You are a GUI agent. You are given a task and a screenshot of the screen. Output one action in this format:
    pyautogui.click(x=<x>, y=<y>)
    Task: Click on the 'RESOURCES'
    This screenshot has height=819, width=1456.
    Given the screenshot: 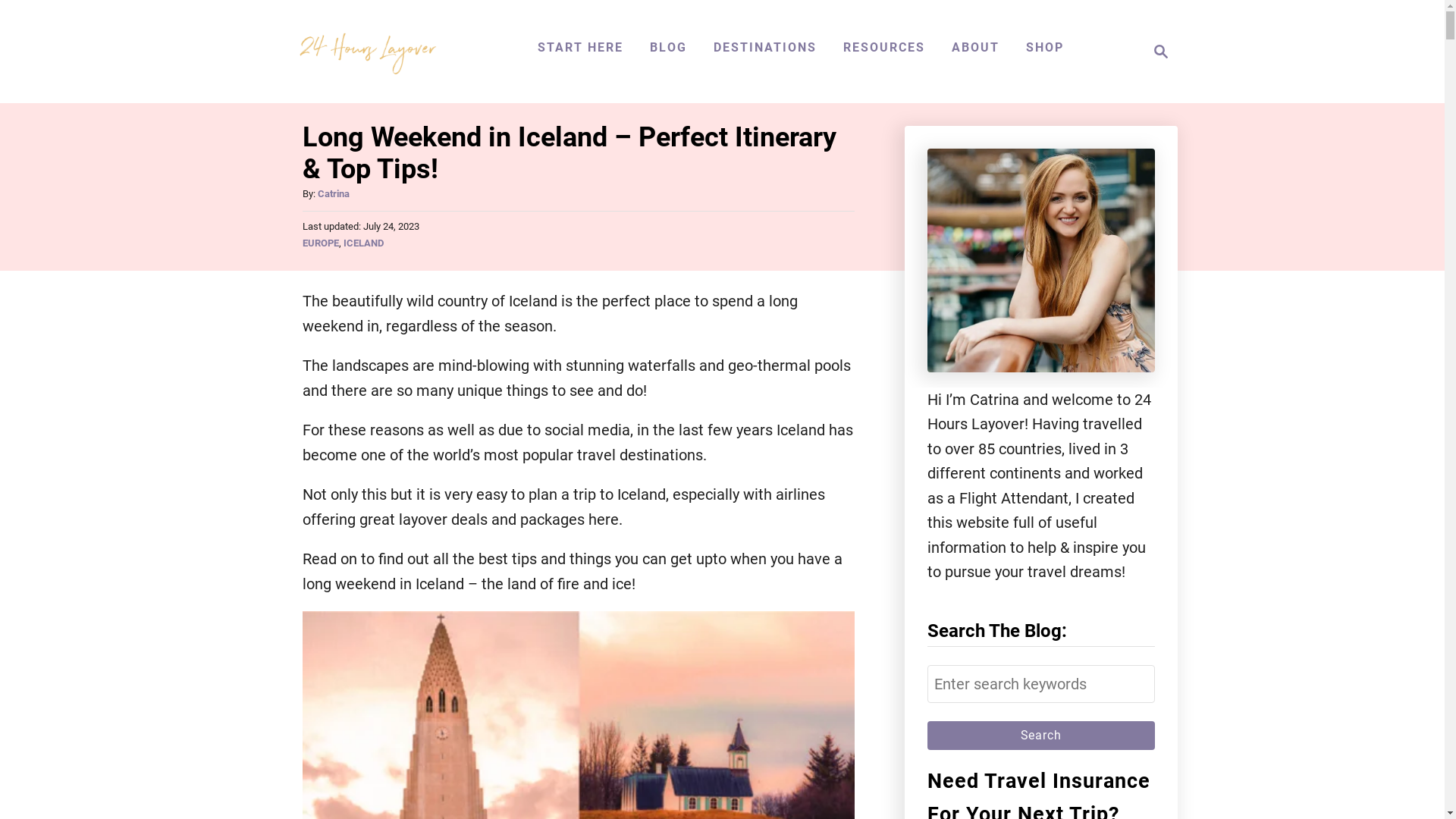 What is the action you would take?
    pyautogui.click(x=884, y=46)
    